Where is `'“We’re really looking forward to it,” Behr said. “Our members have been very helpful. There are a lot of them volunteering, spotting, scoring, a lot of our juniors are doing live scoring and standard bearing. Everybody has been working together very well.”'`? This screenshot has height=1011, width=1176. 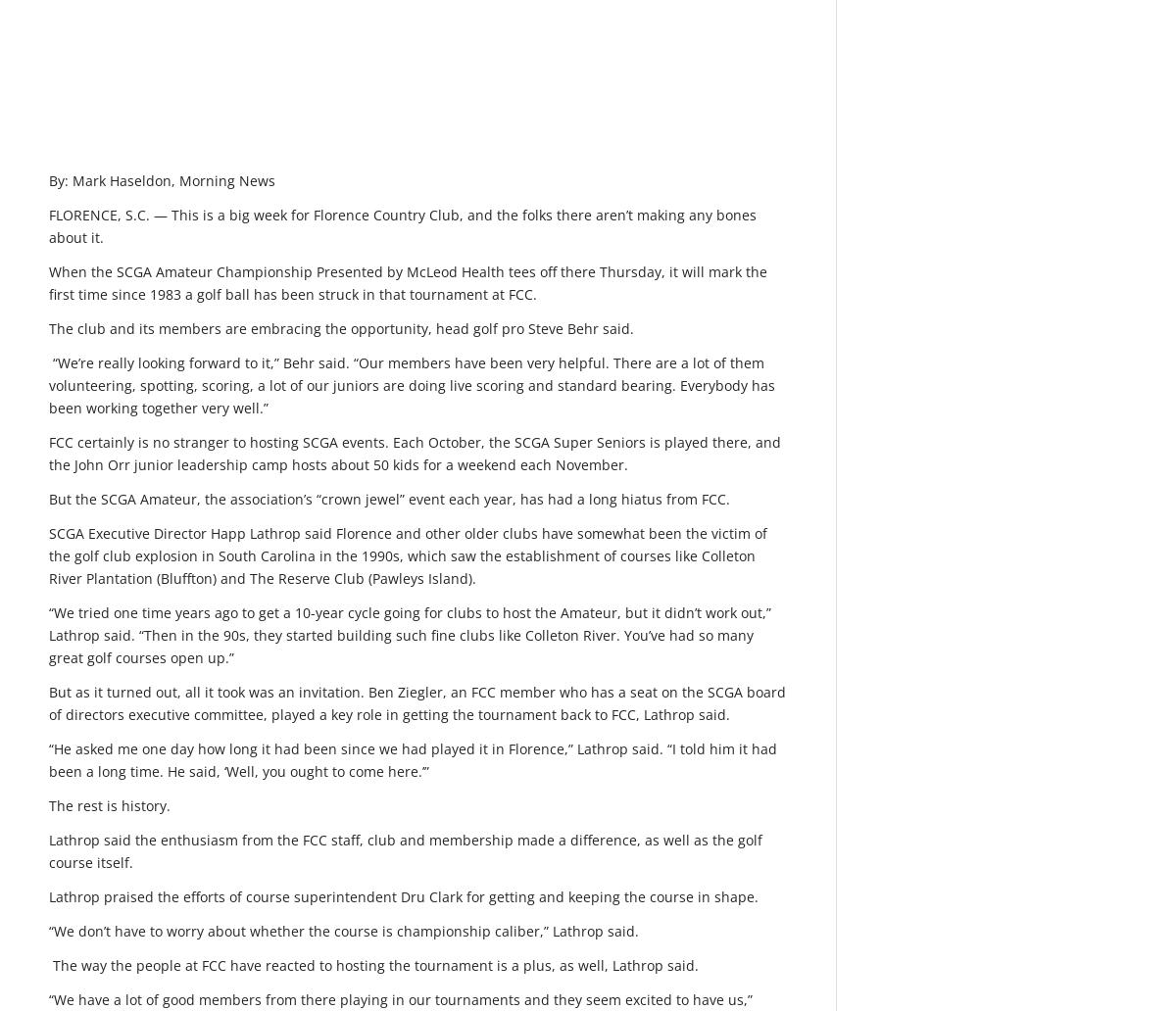 '“We’re really looking forward to it,” Behr said. “Our members have been very helpful. There are a lot of them volunteering, spotting, scoring, a lot of our juniors are doing live scoring and standard bearing. Everybody has been working together very well.”' is located at coordinates (412, 383).